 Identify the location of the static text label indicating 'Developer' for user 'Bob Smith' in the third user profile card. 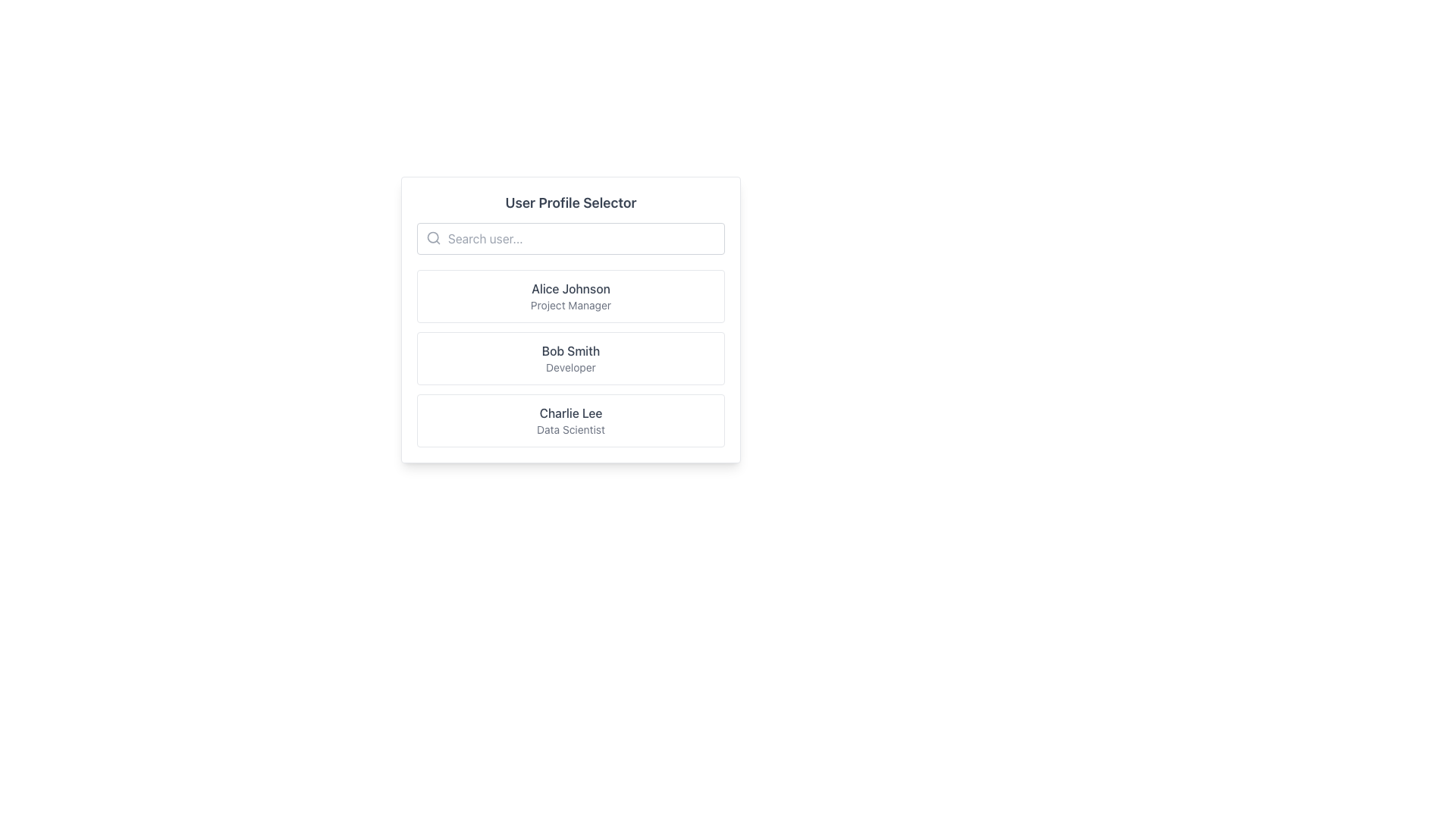
(570, 368).